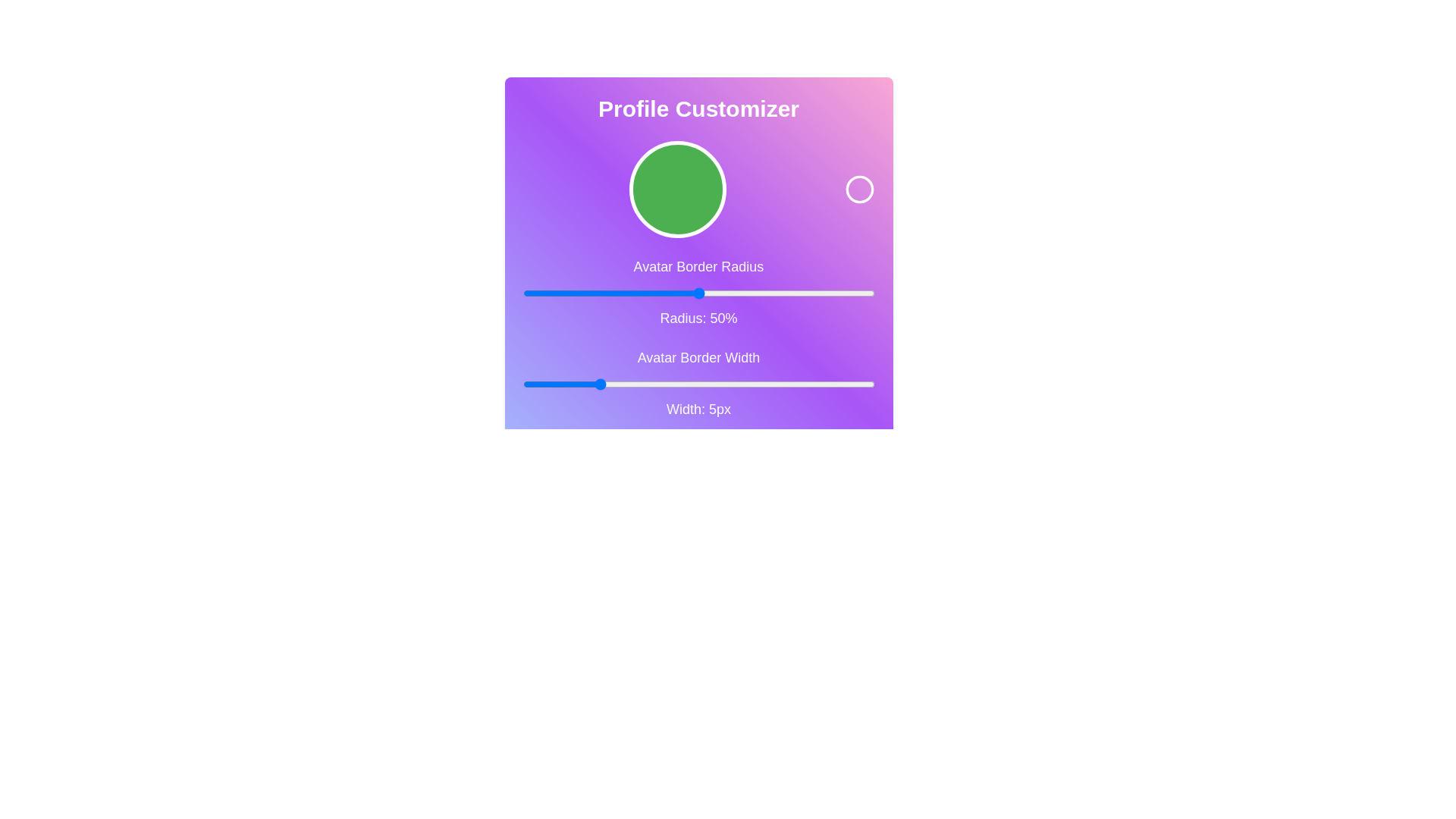  Describe the element at coordinates (676, 189) in the screenshot. I see `the avatar display area` at that location.